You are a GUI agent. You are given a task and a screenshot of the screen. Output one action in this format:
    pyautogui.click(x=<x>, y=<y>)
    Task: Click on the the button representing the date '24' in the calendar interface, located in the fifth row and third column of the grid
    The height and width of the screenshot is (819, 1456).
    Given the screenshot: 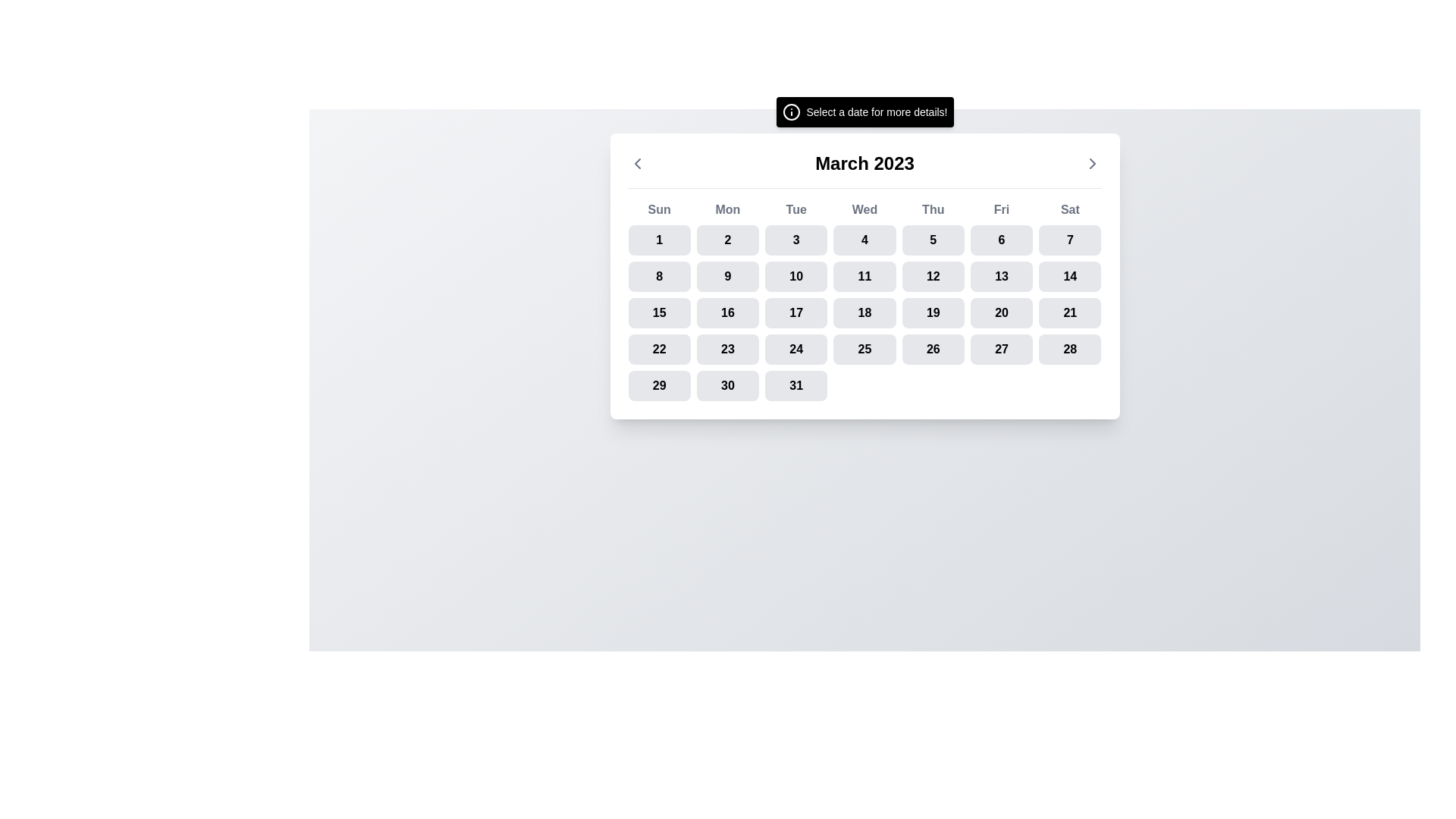 What is the action you would take?
    pyautogui.click(x=795, y=350)
    